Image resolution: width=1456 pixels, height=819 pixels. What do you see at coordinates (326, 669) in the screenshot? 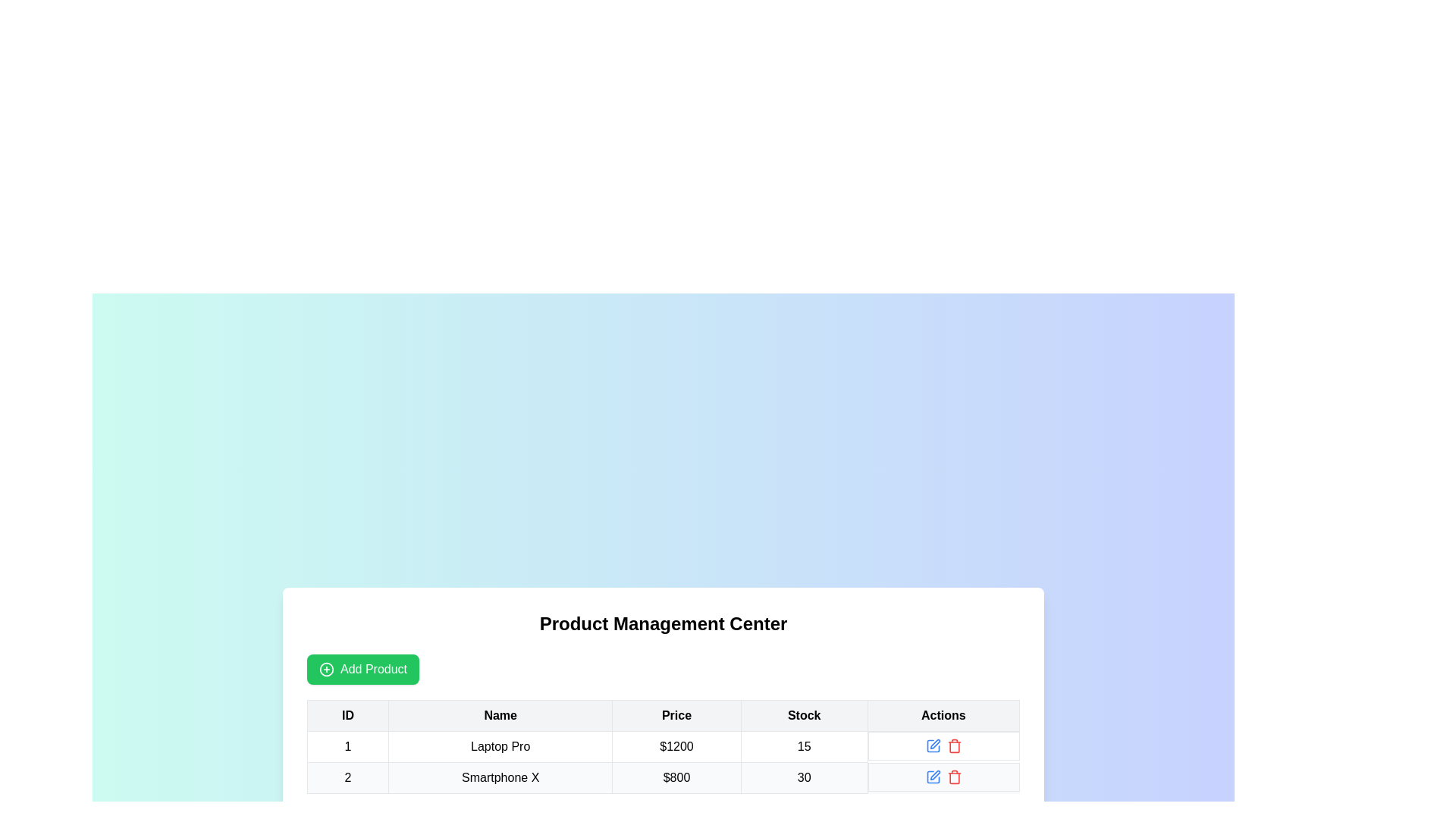
I see `the circular icon with a plus sign located inside the green rectangular 'Add Product' button on the left side of the Product Management interface` at bounding box center [326, 669].